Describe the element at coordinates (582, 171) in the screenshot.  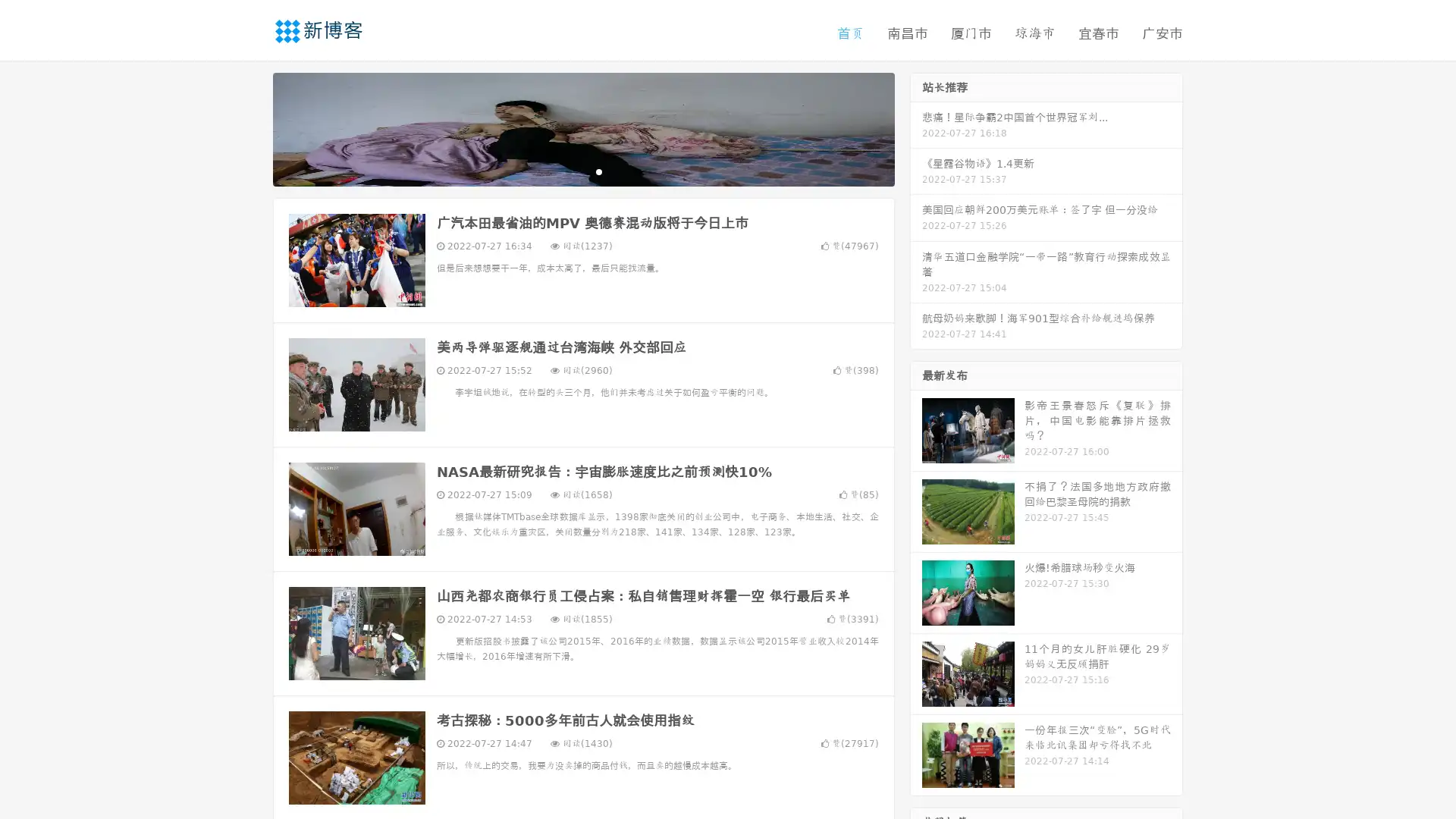
I see `Go to slide 2` at that location.